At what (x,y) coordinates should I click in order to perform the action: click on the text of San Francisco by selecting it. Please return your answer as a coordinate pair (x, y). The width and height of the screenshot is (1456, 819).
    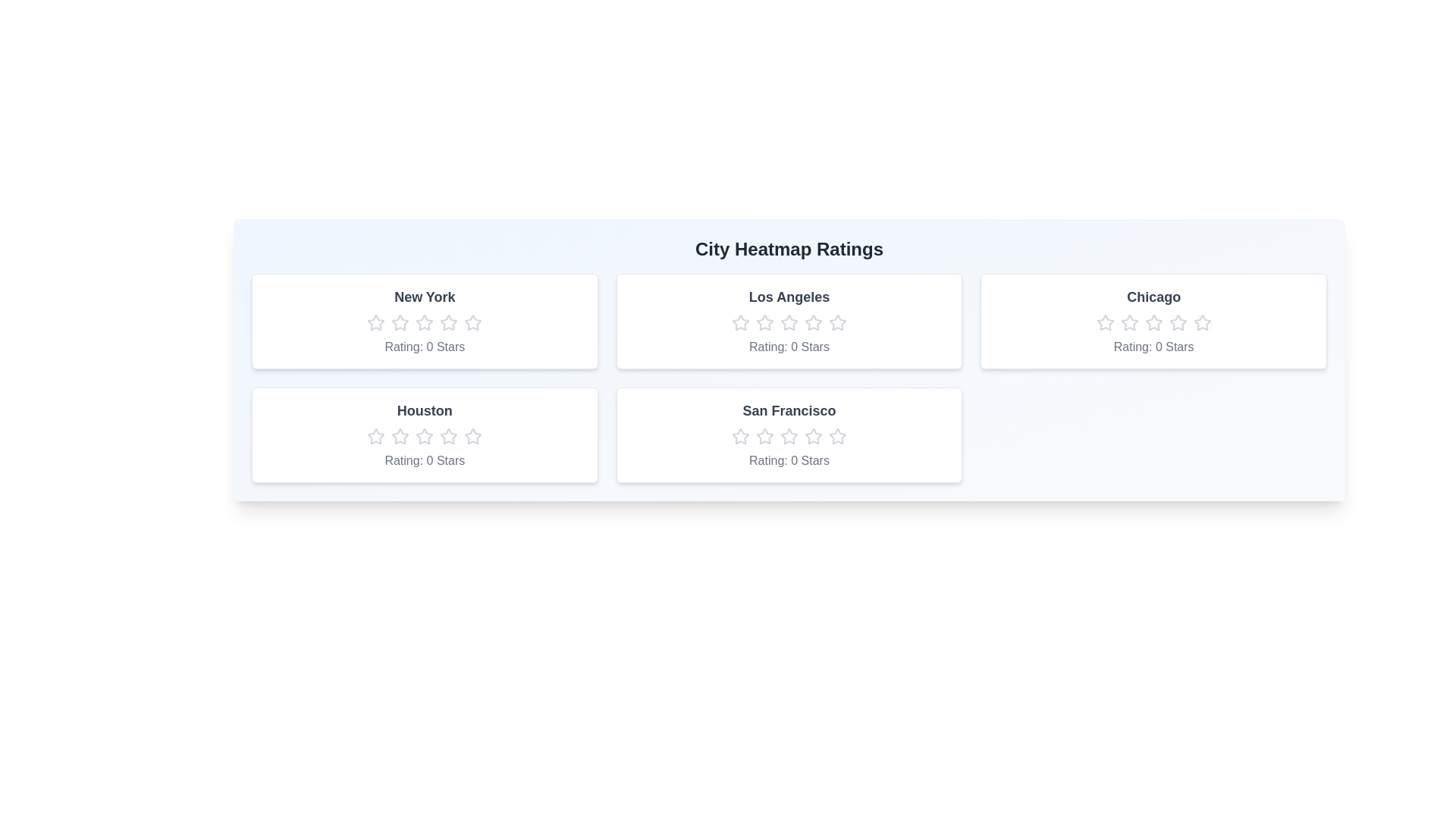
    Looking at the image, I should click on (629, 400).